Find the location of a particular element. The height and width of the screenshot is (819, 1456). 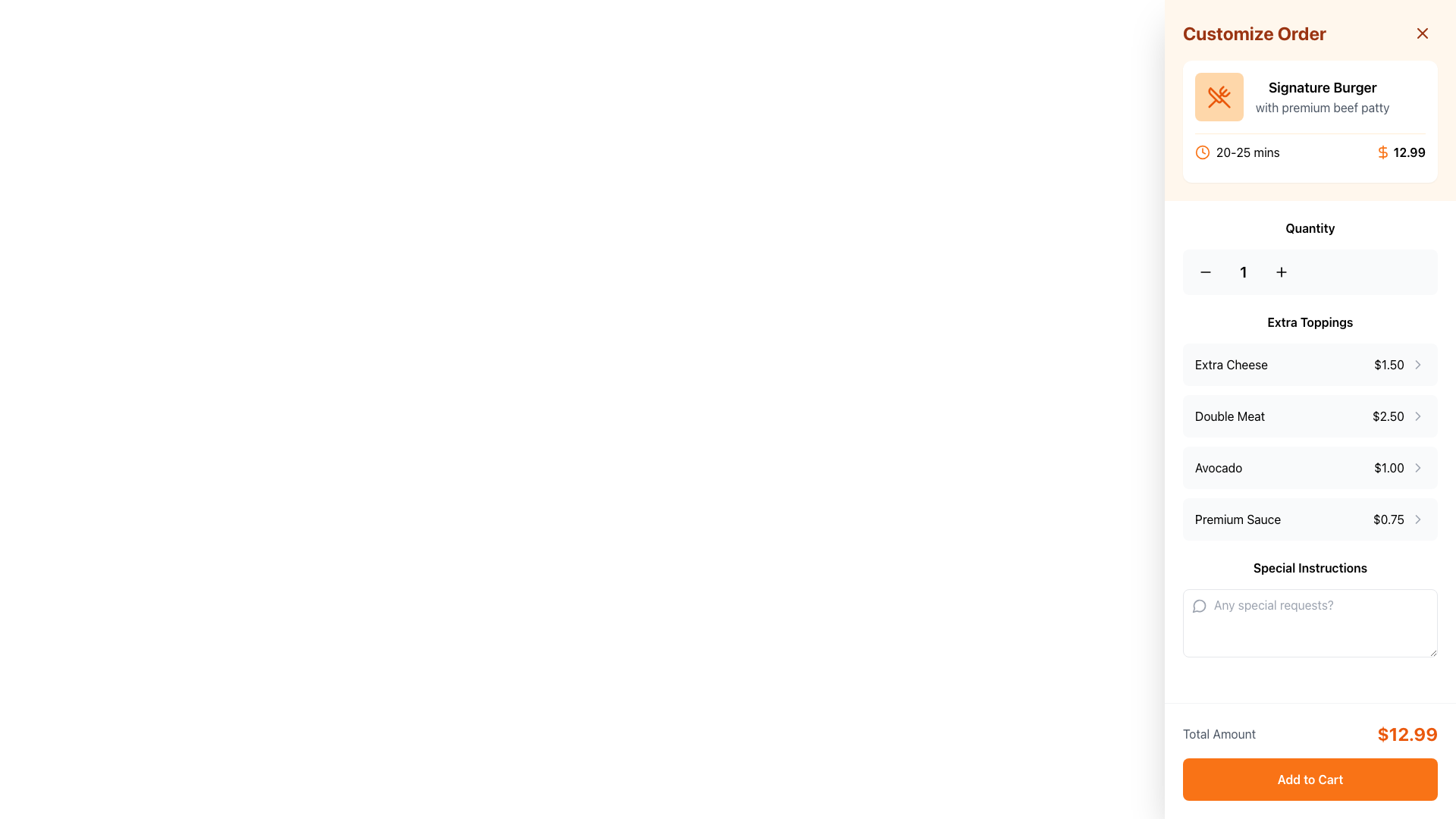

the first item in the 'Extra Toppings' list labeled 'Extra Cheese' is located at coordinates (1310, 365).